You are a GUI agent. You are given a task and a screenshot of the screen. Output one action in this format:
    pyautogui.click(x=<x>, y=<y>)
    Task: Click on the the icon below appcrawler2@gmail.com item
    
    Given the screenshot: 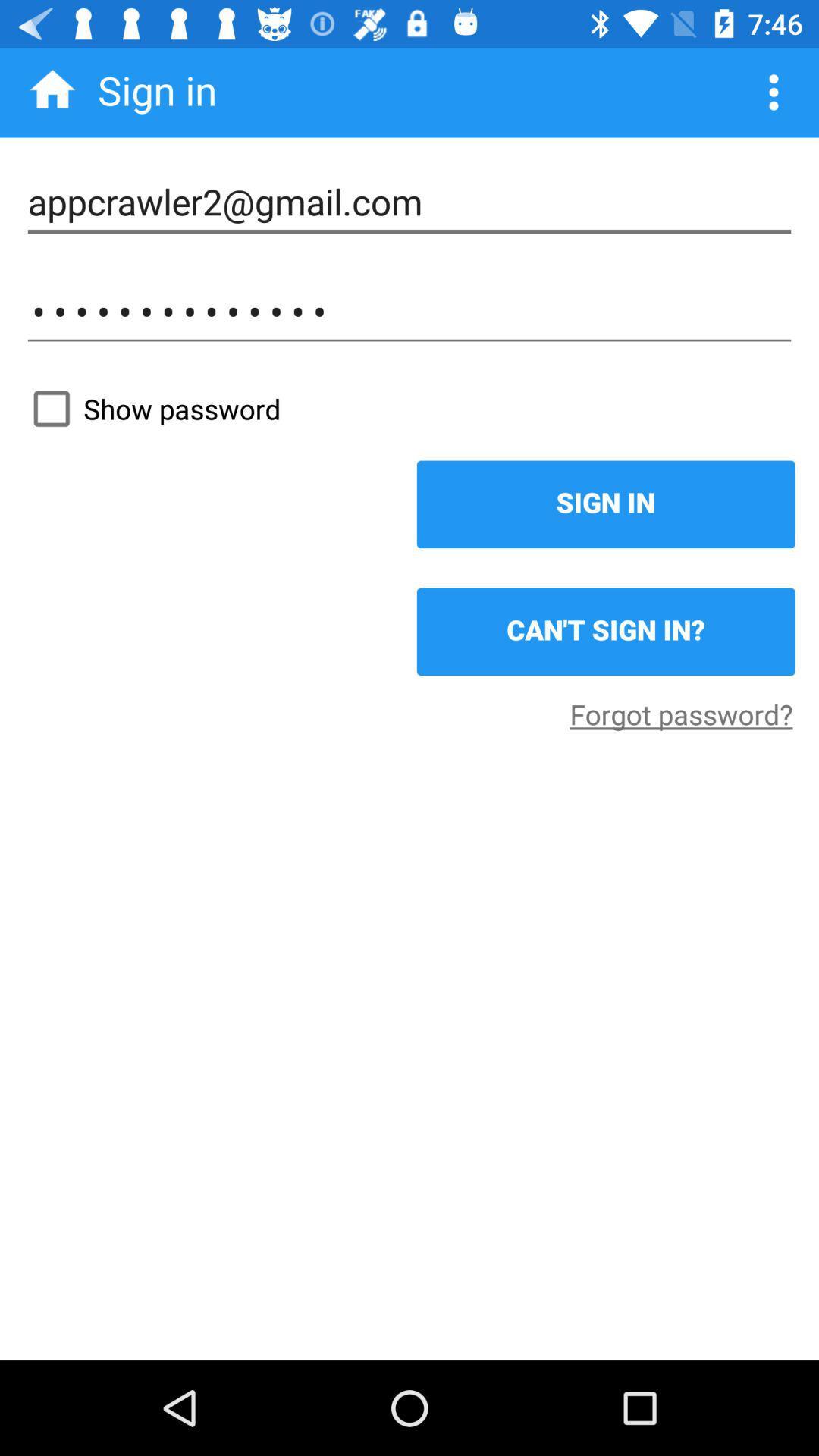 What is the action you would take?
    pyautogui.click(x=409, y=311)
    